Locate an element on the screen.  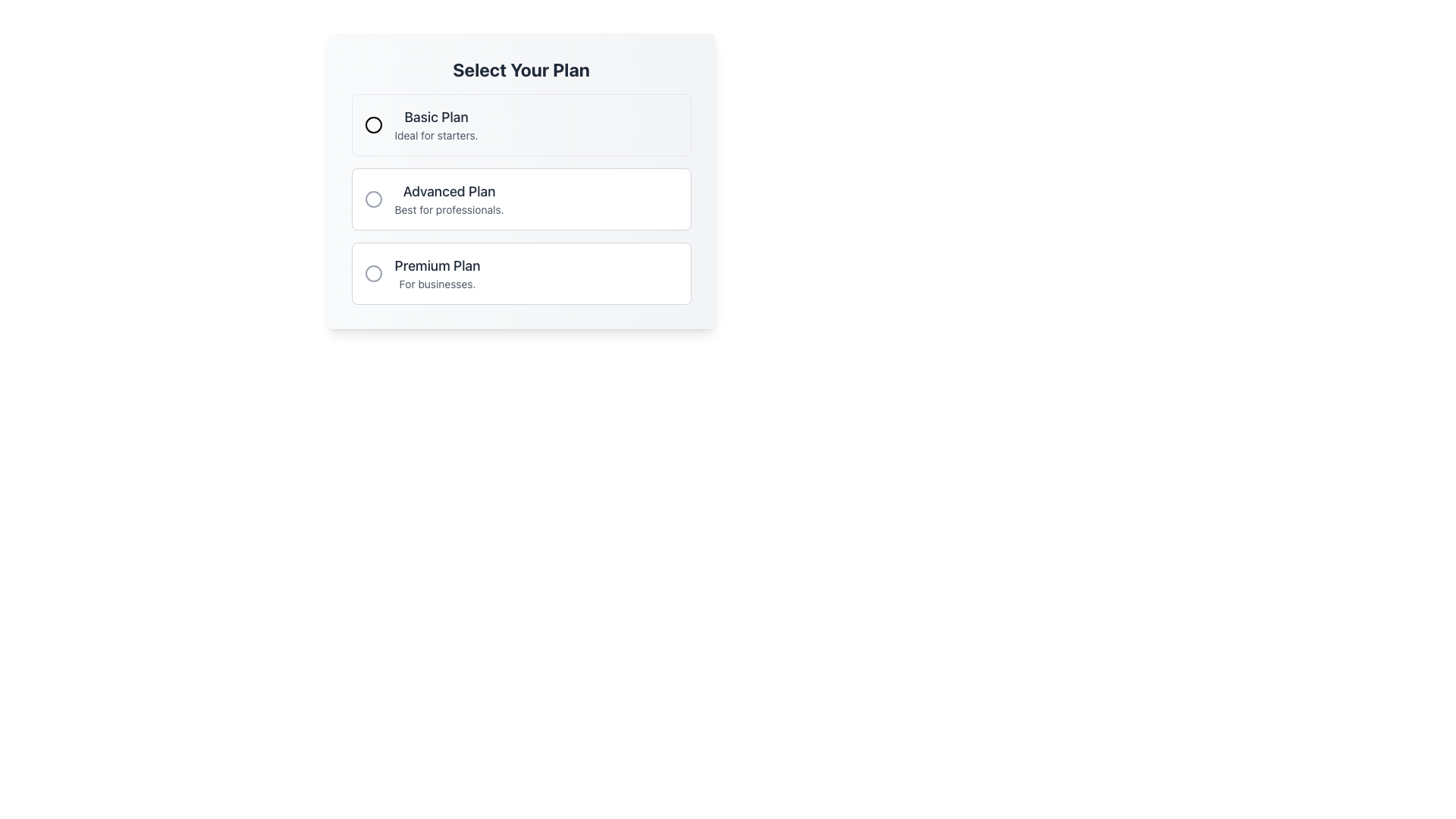
the 'Premium Plan' static text label, which serves as the title for this subscription option in the plan selection list, located directly above the description text 'For businesses.' is located at coordinates (436, 265).